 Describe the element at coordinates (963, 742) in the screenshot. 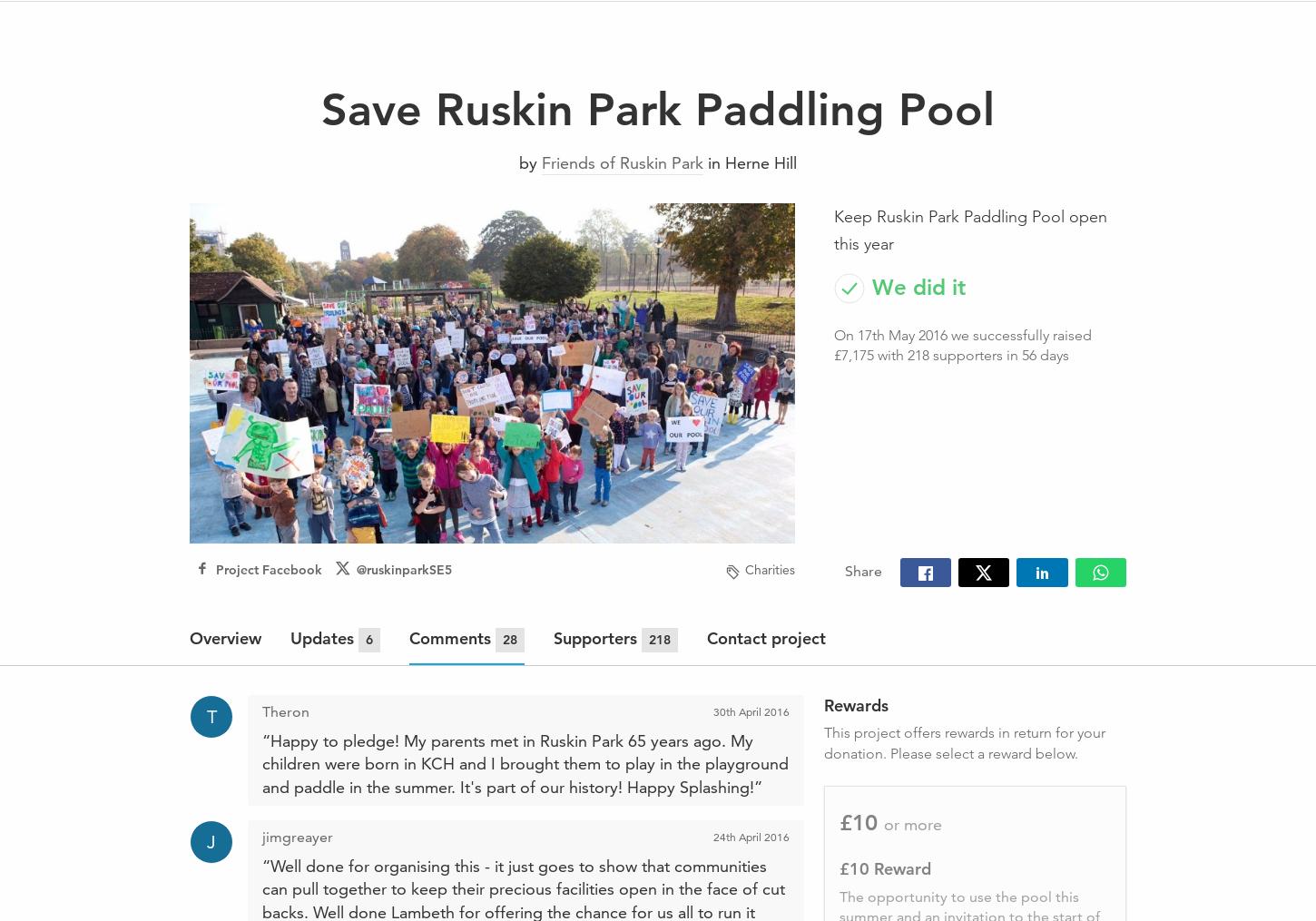

I see `'This project offers rewards in return for your donation. Please select a reward below.'` at that location.